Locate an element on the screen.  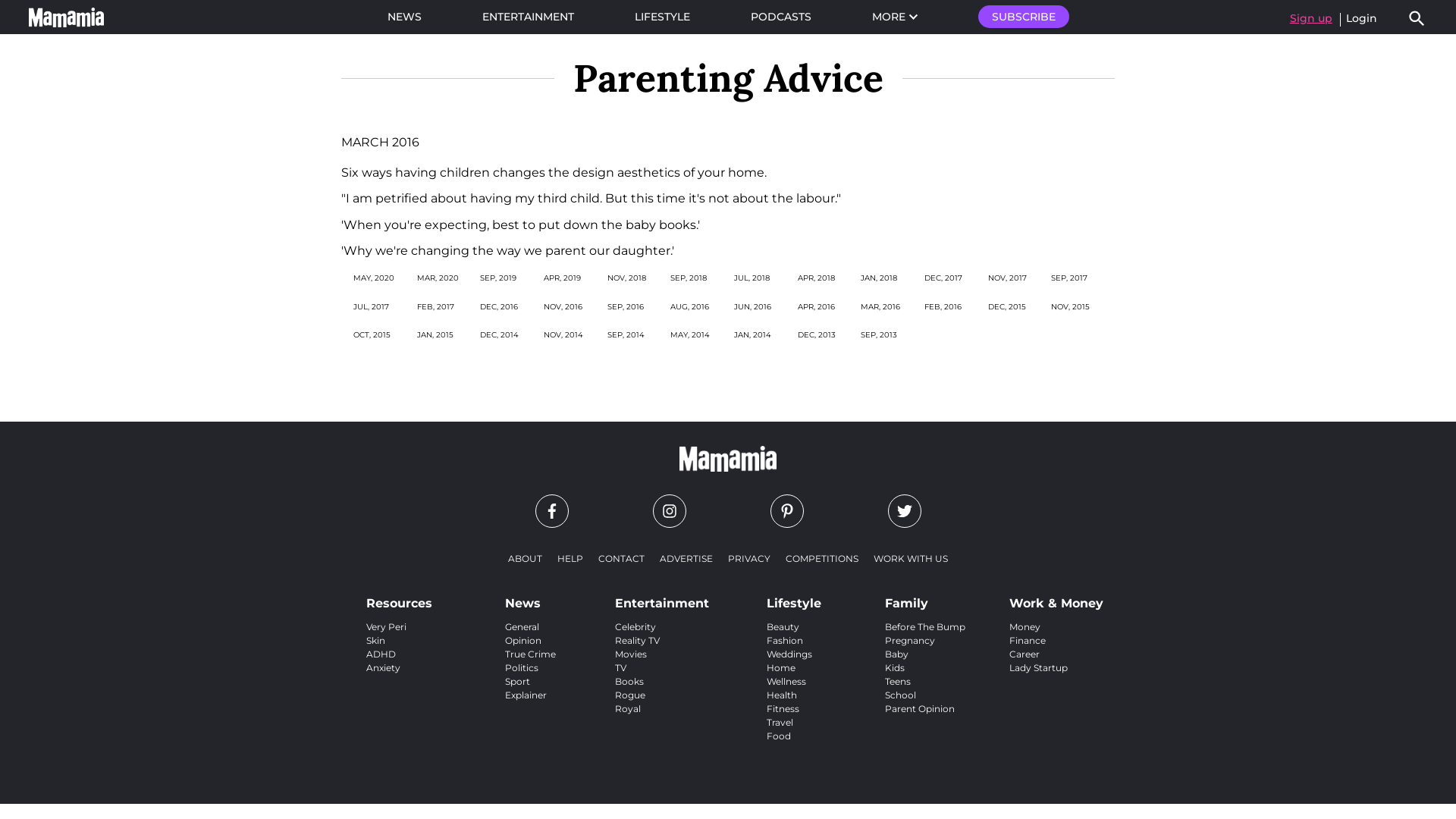
'CONTACT' is located at coordinates (621, 558).